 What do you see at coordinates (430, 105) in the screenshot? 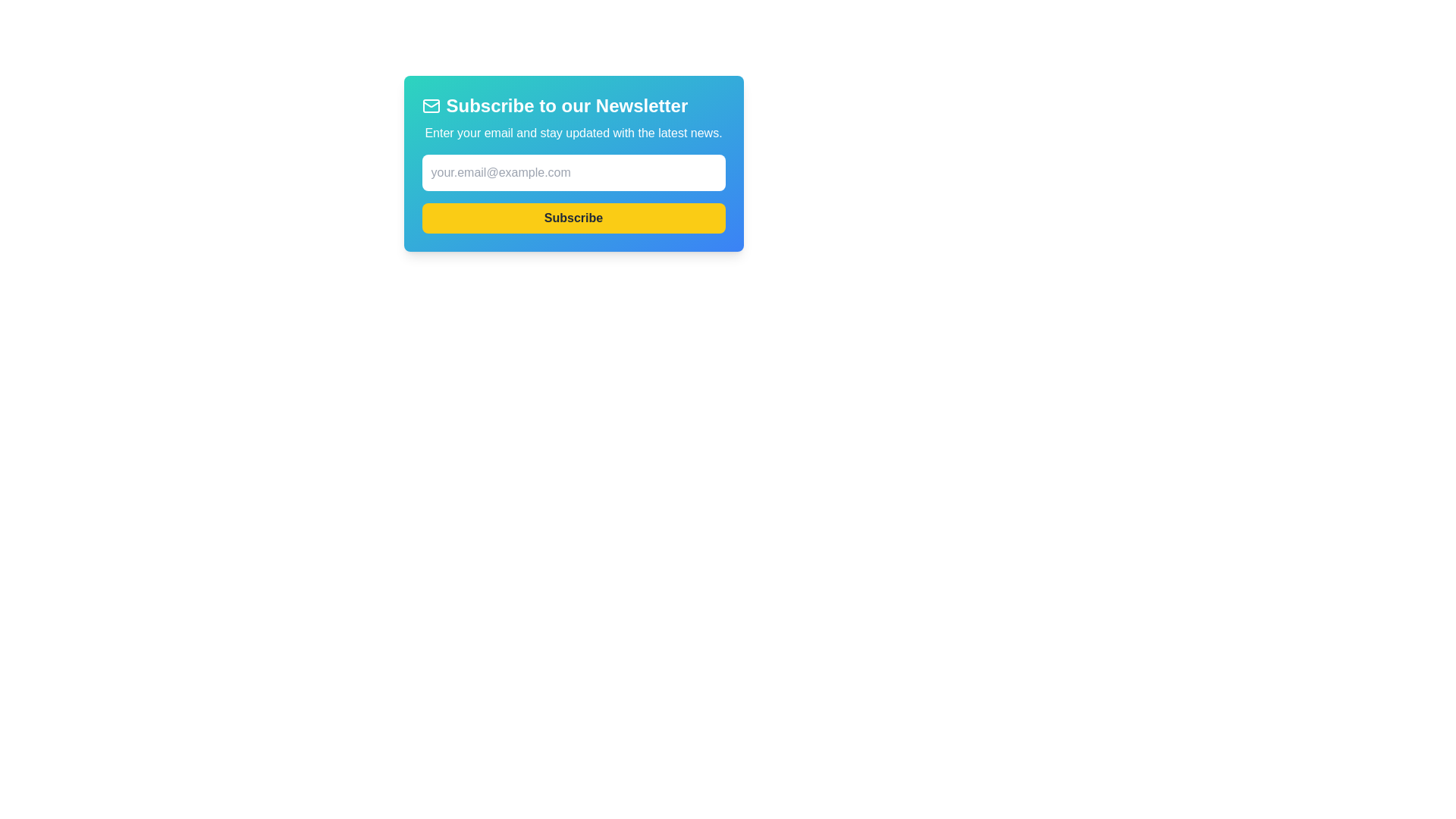
I see `the main body rectangle of the envelope graphic in the mail icon at the top-left corner of the subscription card` at bounding box center [430, 105].